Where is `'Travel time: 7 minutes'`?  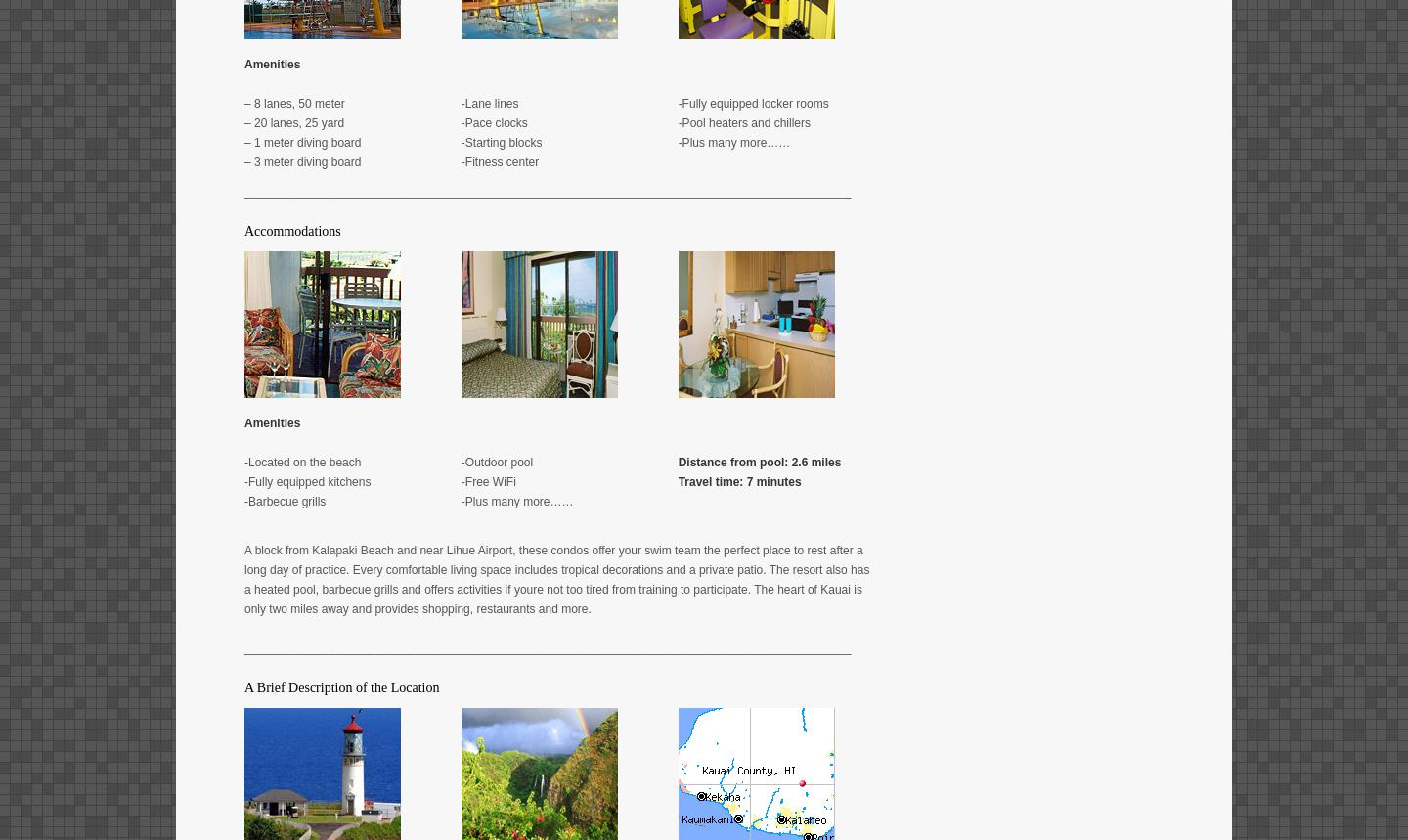
'Travel time: 7 minutes' is located at coordinates (678, 481).